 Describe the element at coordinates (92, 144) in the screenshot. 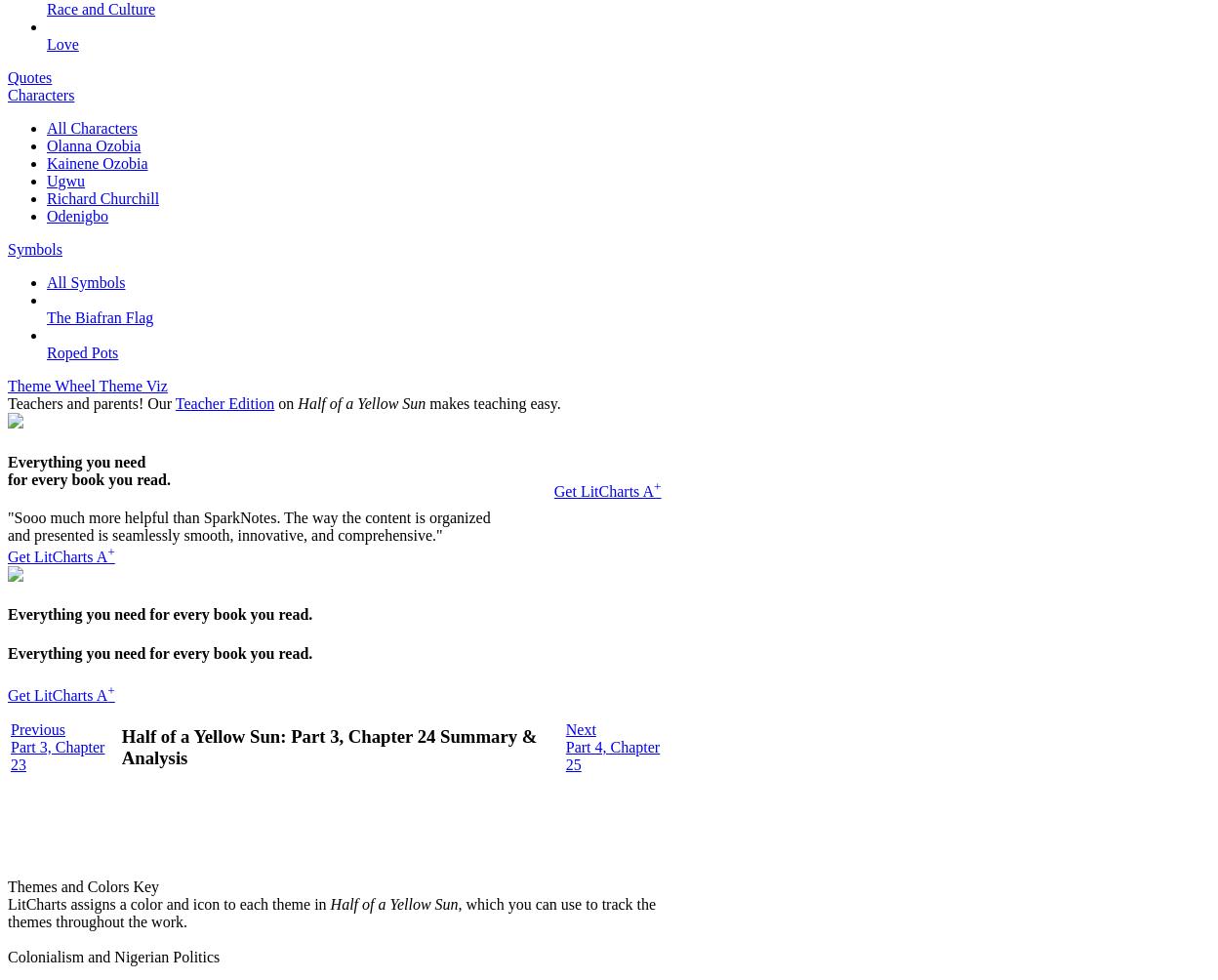

I see `'Olanna Ozobia'` at that location.